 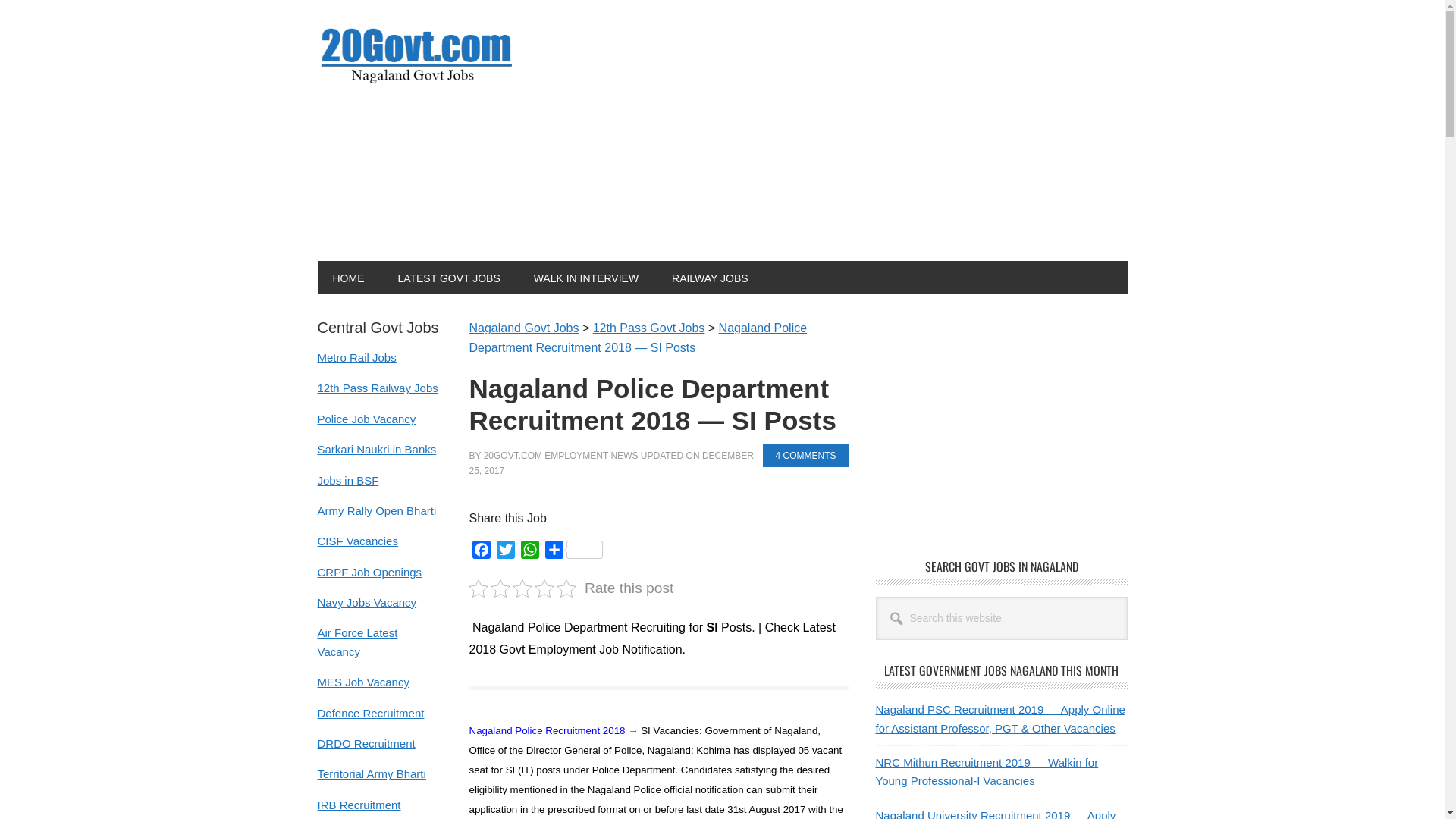 What do you see at coordinates (376, 448) in the screenshot?
I see `'Sarkari Naukri in Banks'` at bounding box center [376, 448].